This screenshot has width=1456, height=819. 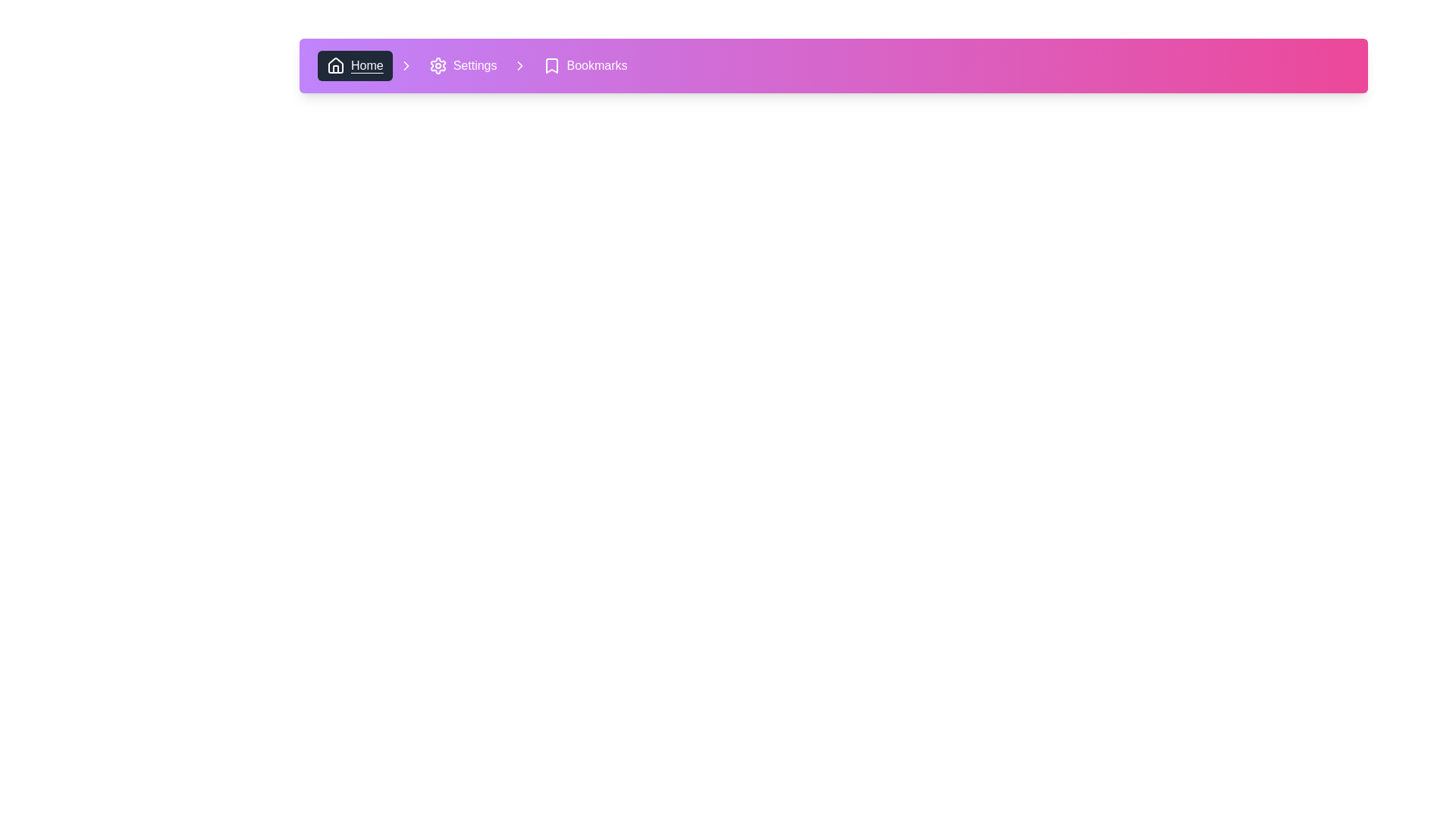 I want to click on the right-pointing chevron arrow icon in the breadcrumb navigation bar, located between the 'Home' button and 'Settings', so click(x=519, y=65).